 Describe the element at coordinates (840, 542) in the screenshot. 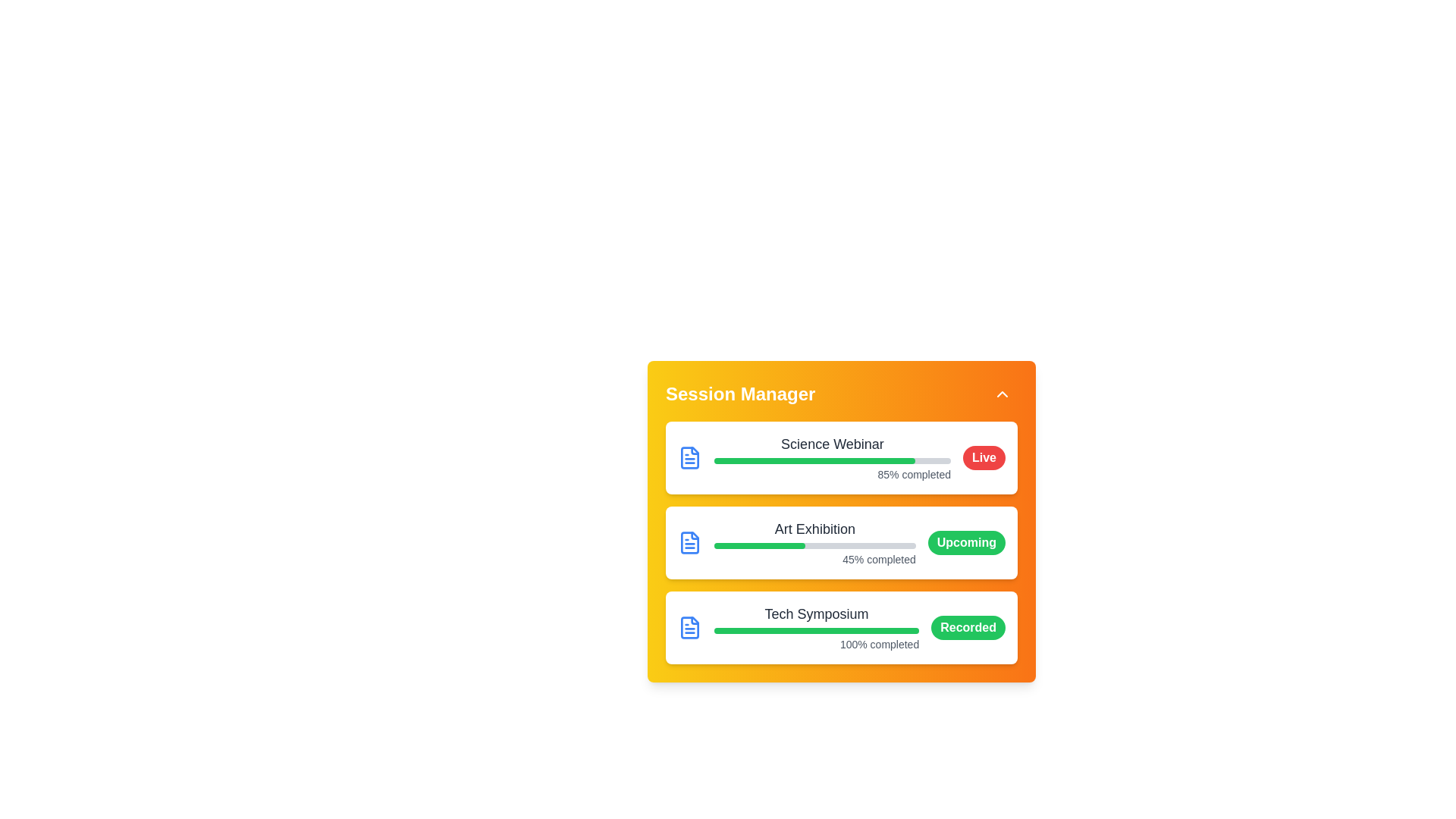

I see `the informational card labeled 'Art Exhibition' with a blue file icon, which is located in the middle of a vertically stacked list of event cards in the 'Session Manager' interface` at that location.